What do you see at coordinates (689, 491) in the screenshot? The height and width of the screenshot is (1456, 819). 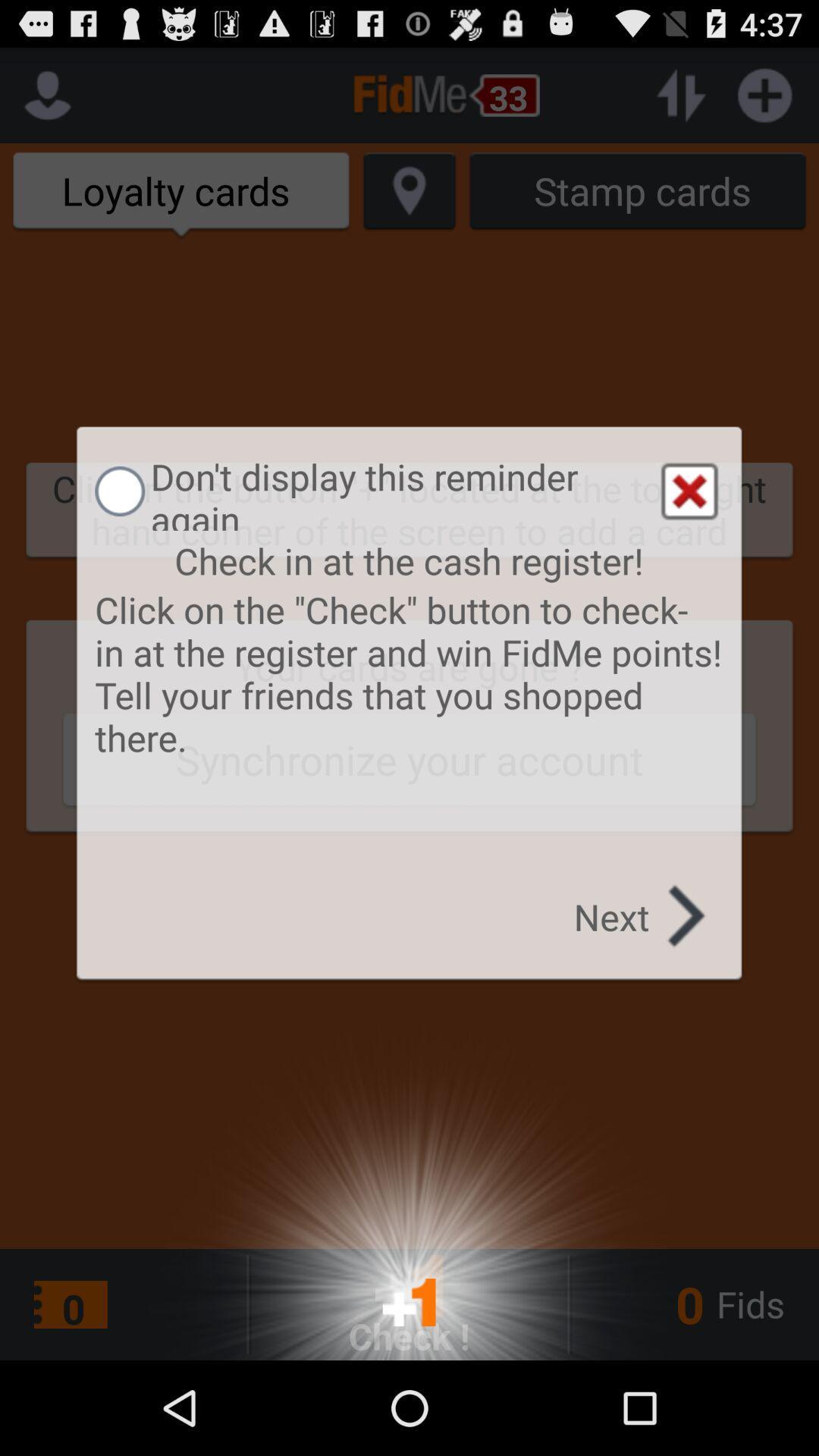 I see `the item above the check in at item` at bounding box center [689, 491].